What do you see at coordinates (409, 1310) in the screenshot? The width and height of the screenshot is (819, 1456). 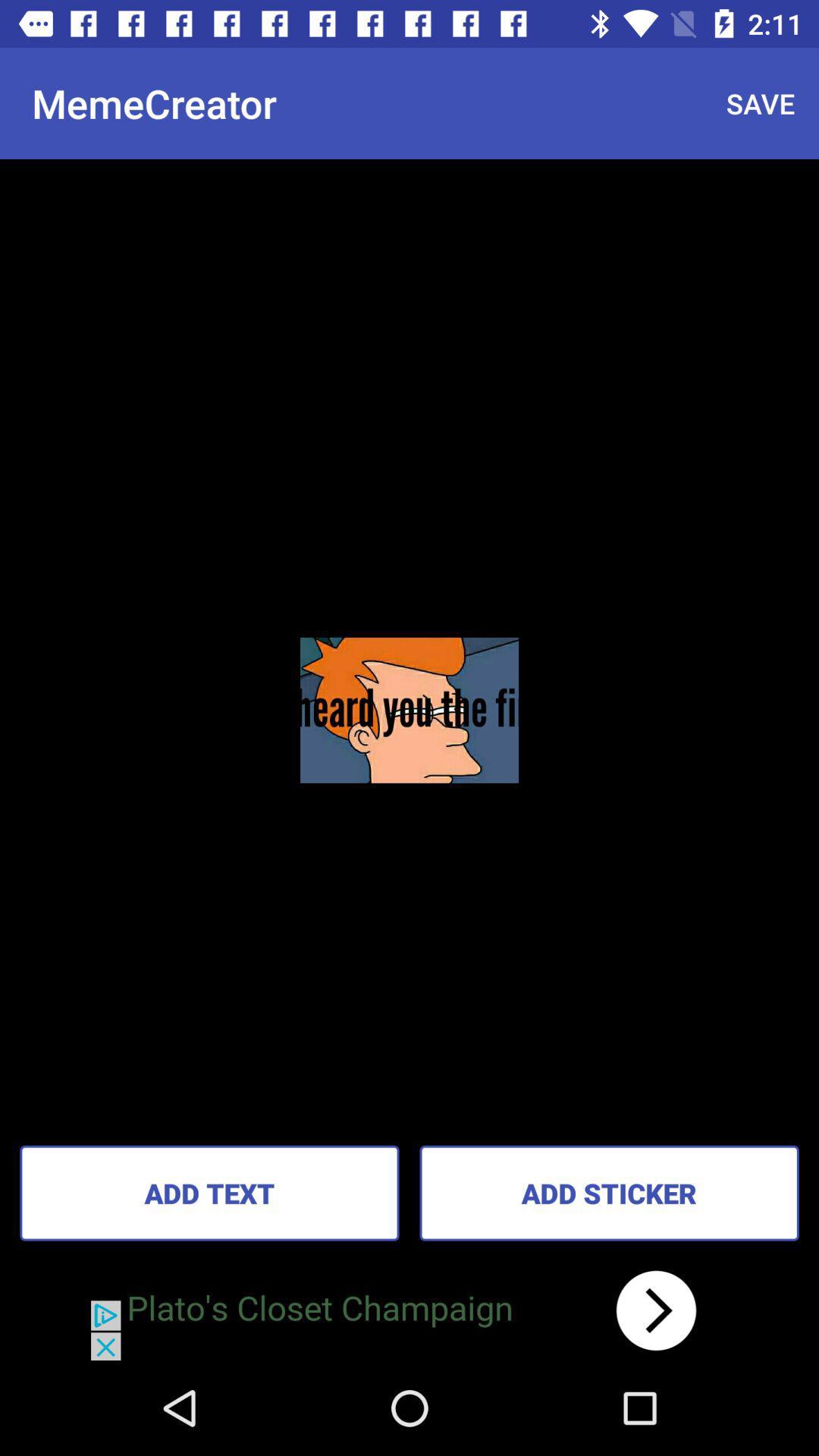 I see `search` at bounding box center [409, 1310].